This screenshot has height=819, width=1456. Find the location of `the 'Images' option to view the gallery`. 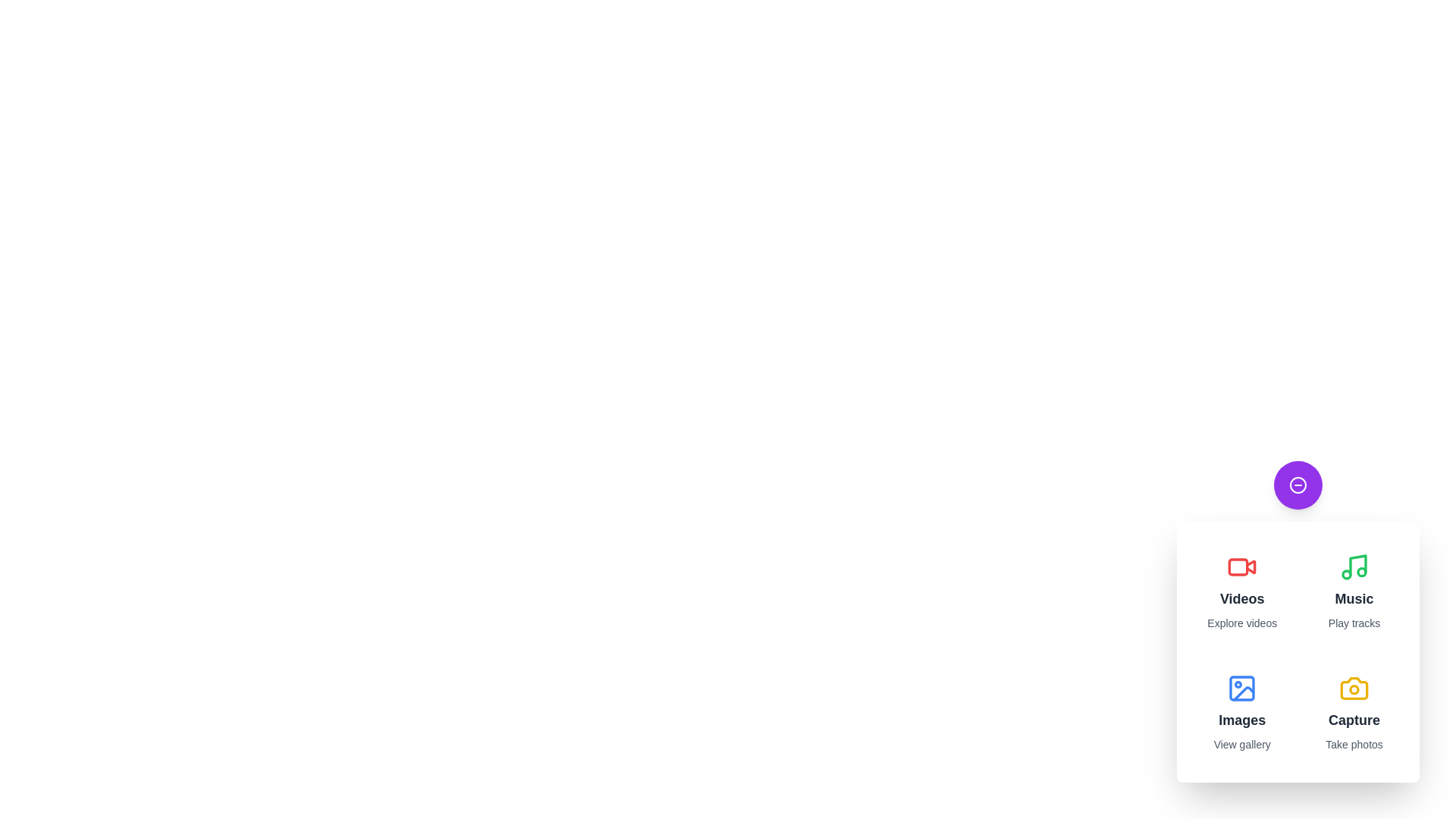

the 'Images' option to view the gallery is located at coordinates (1241, 713).